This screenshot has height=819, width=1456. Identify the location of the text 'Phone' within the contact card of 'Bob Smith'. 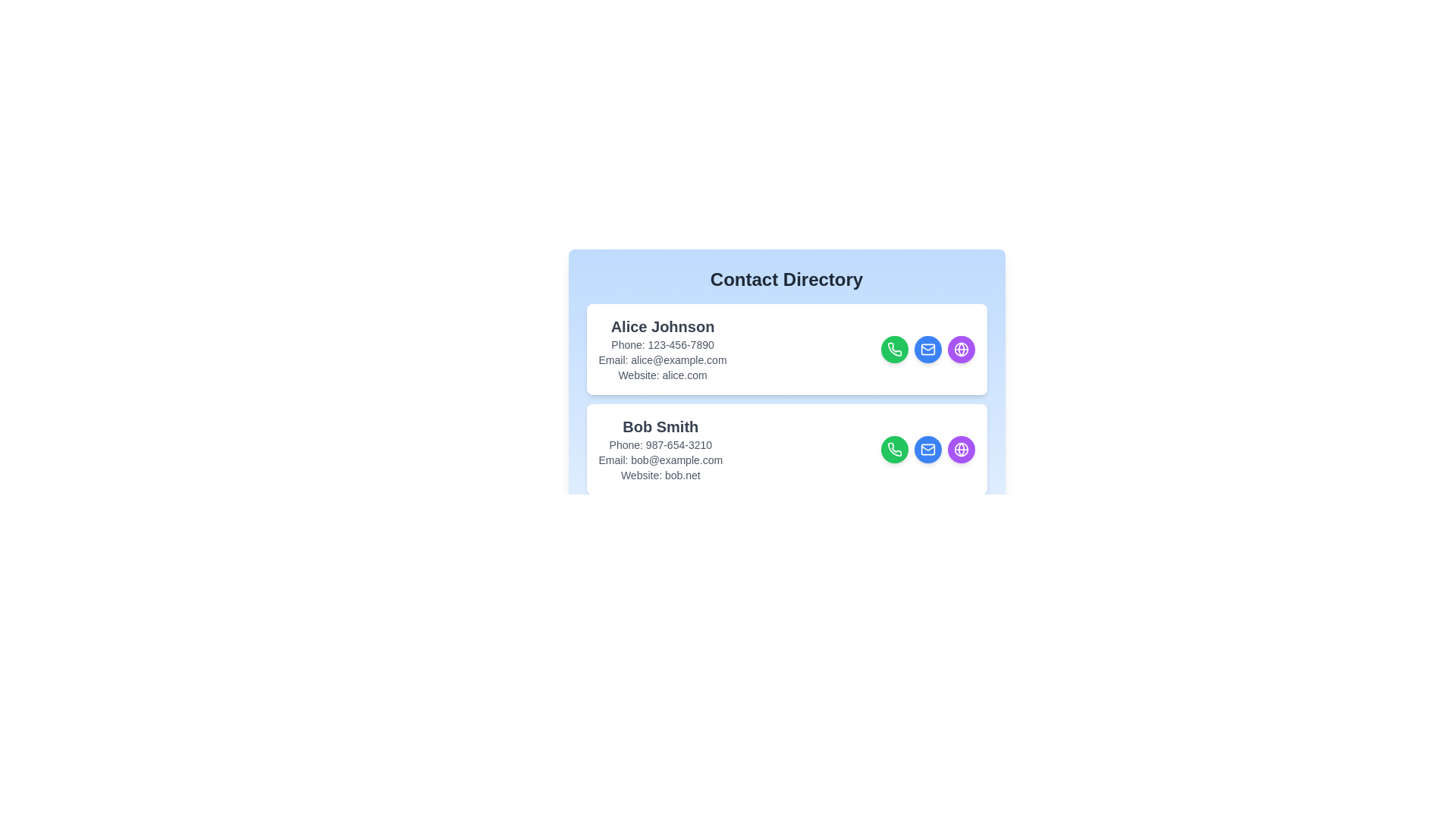
(660, 444).